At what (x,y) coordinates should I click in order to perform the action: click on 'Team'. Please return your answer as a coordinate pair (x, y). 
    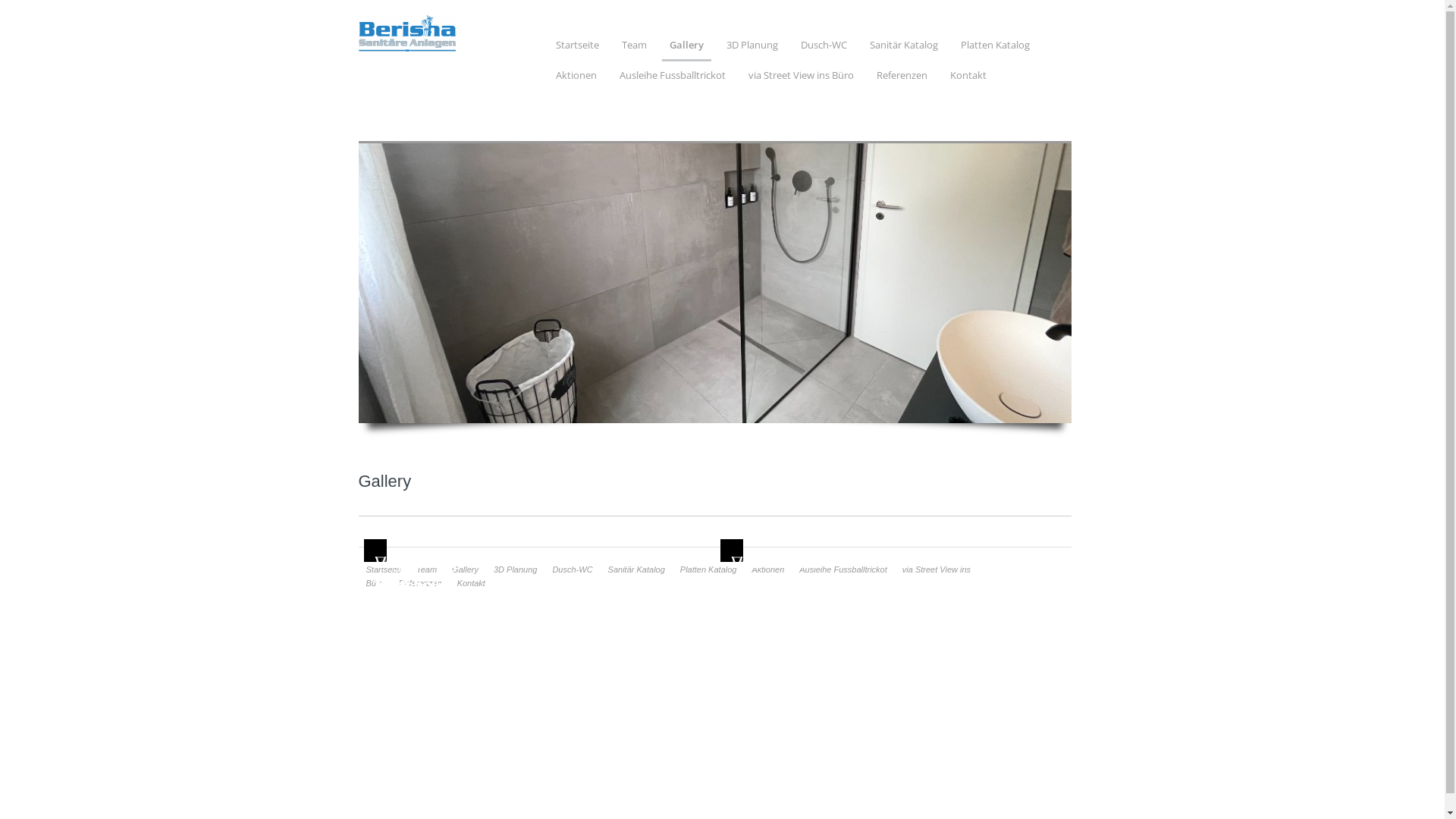
    Looking at the image, I should click on (425, 570).